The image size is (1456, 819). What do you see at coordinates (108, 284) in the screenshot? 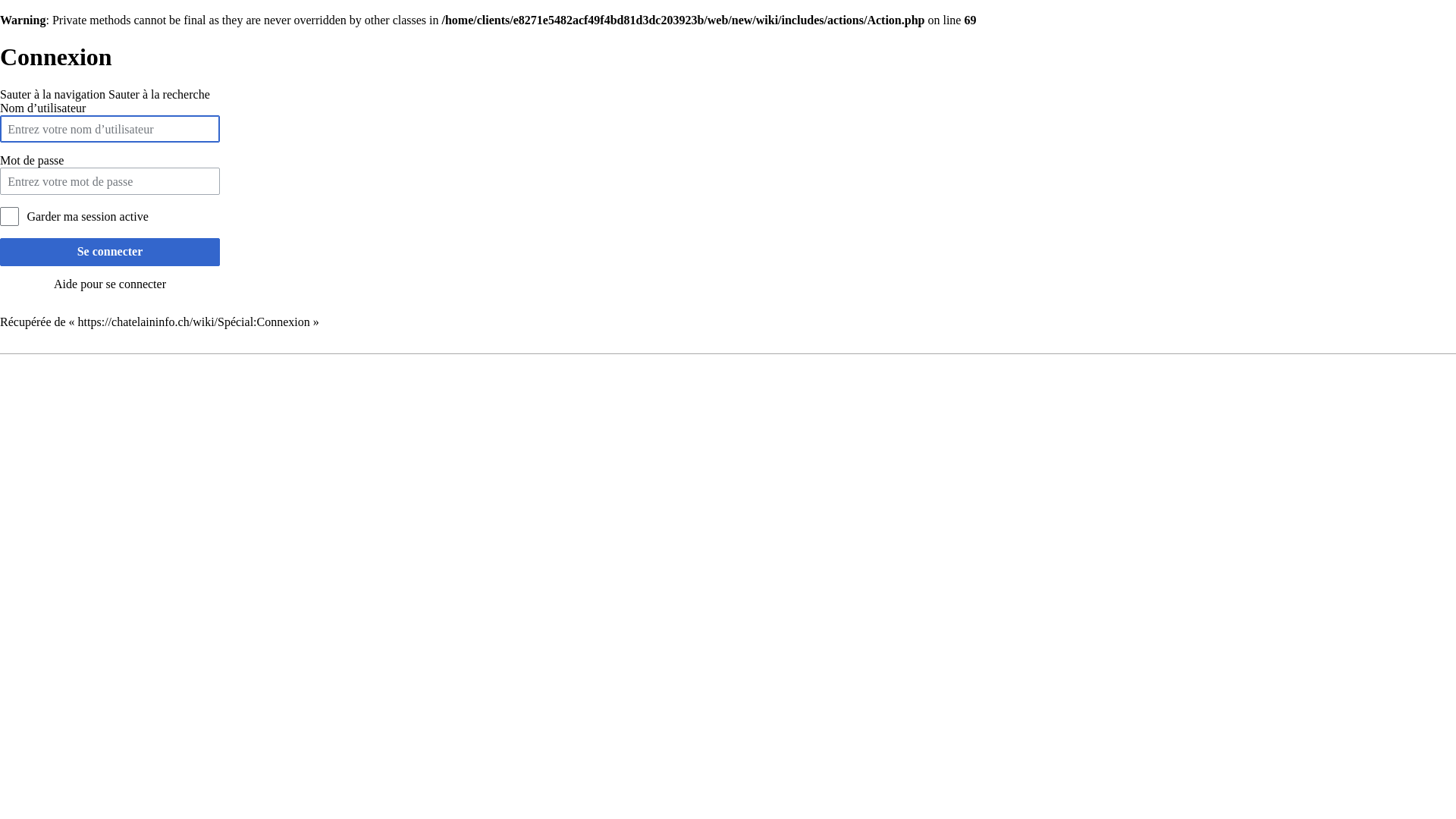
I see `'Aide pour se connecter'` at bounding box center [108, 284].